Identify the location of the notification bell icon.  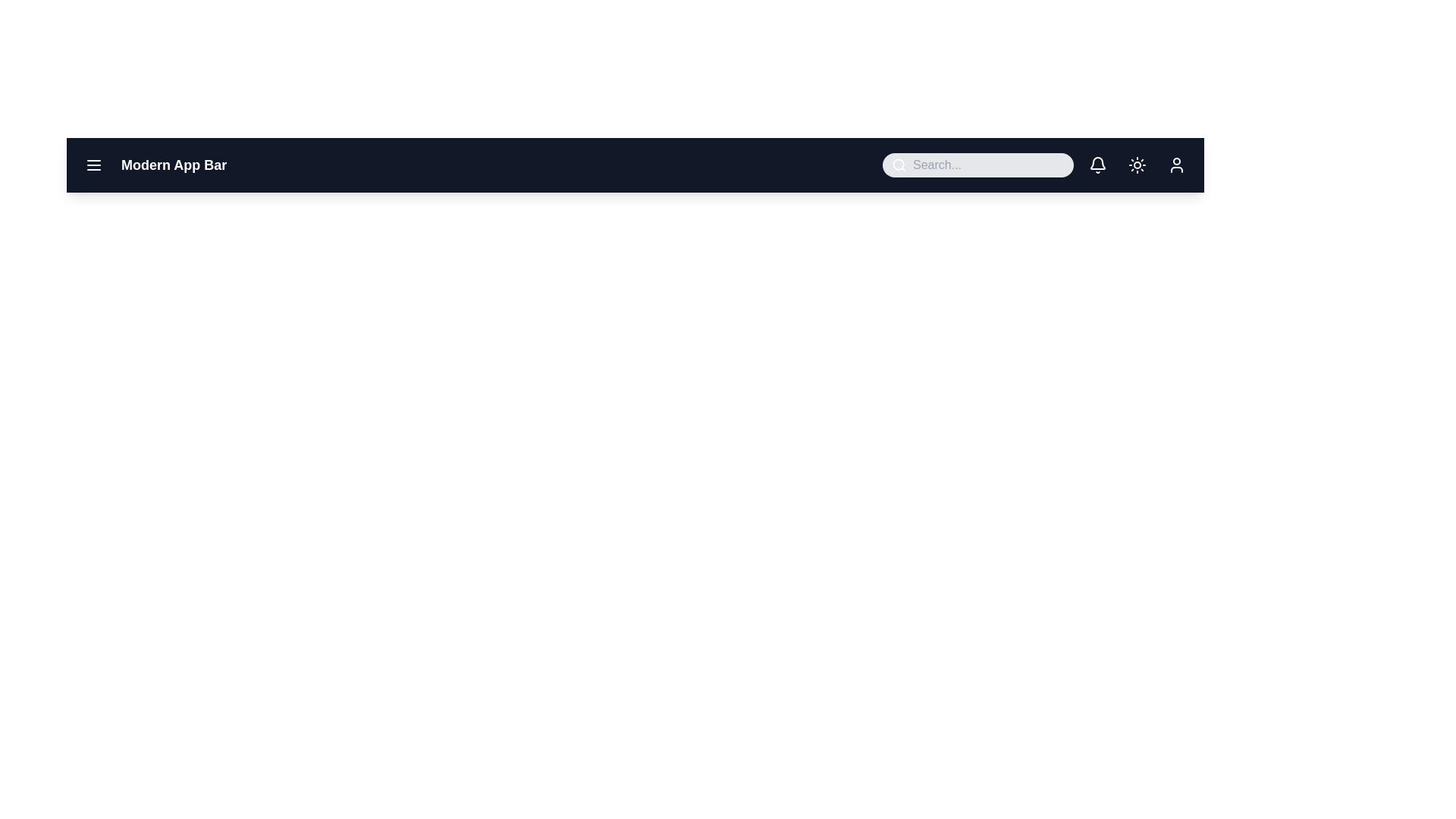
(1098, 165).